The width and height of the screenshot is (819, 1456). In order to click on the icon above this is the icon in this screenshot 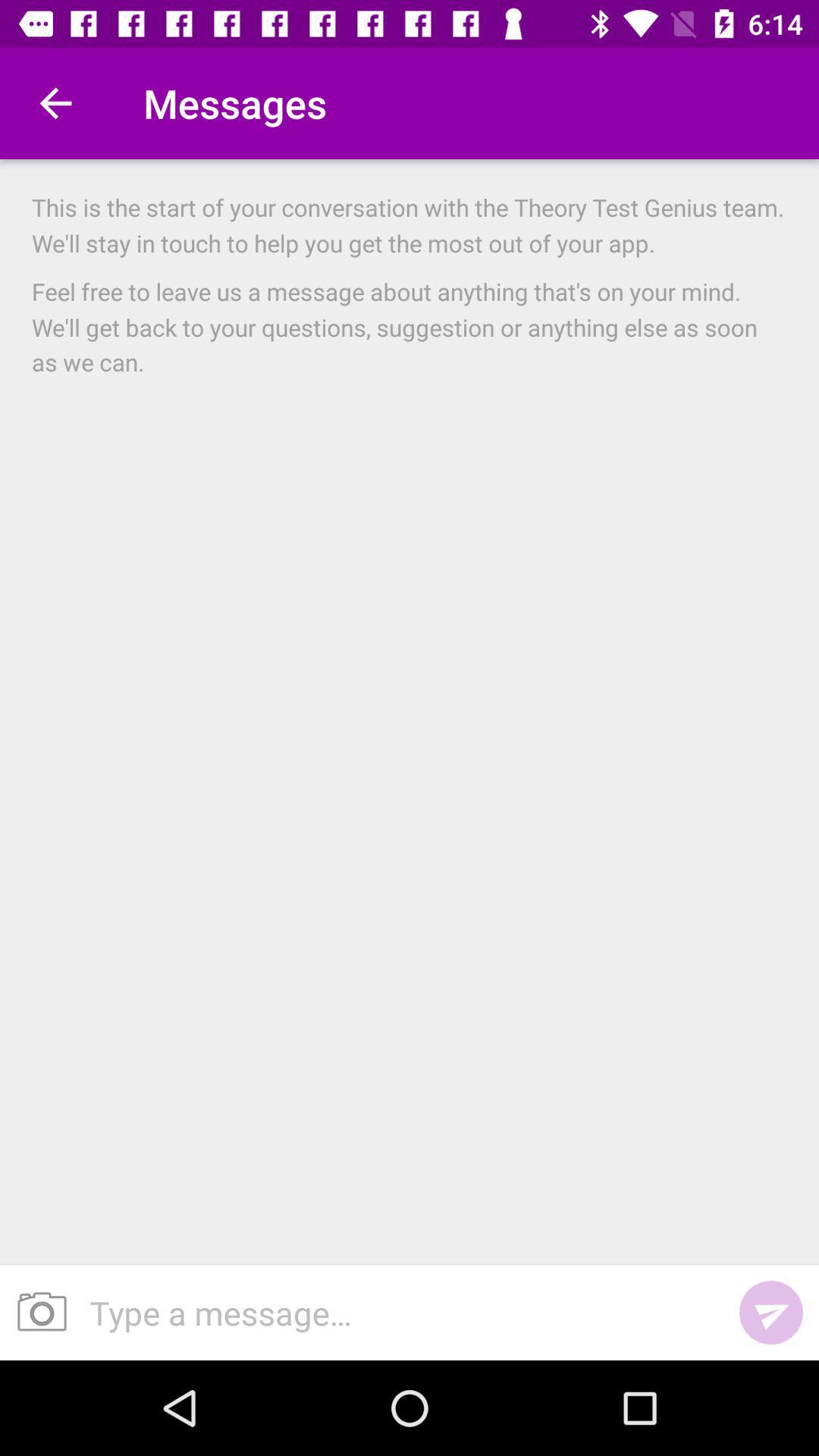, I will do `click(55, 102)`.